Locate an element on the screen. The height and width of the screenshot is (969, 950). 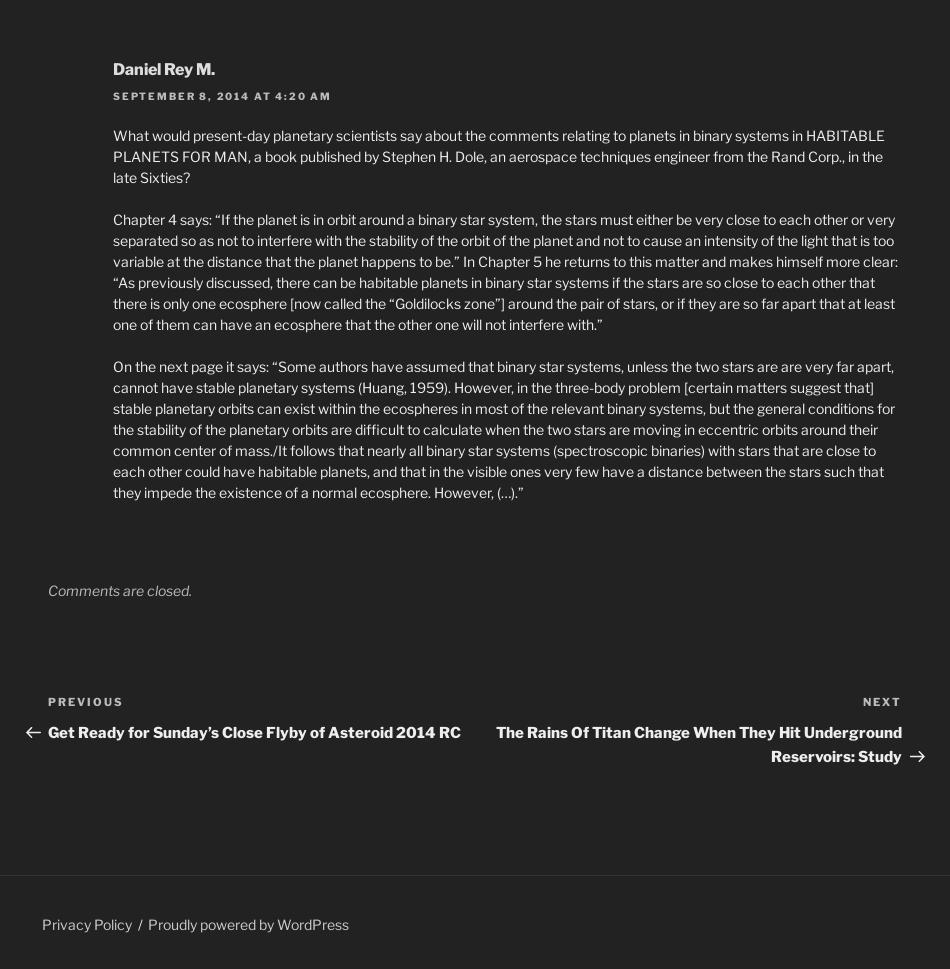
'What would present-day planetary scientists say about the comments relating to planets in binary systems in HABITABLE PLANETS FOR MAN, a book published by Stephen H. Dole, an aerospace techniques engineer from the Rand Corp., in the late Sixties?' is located at coordinates (112, 154).